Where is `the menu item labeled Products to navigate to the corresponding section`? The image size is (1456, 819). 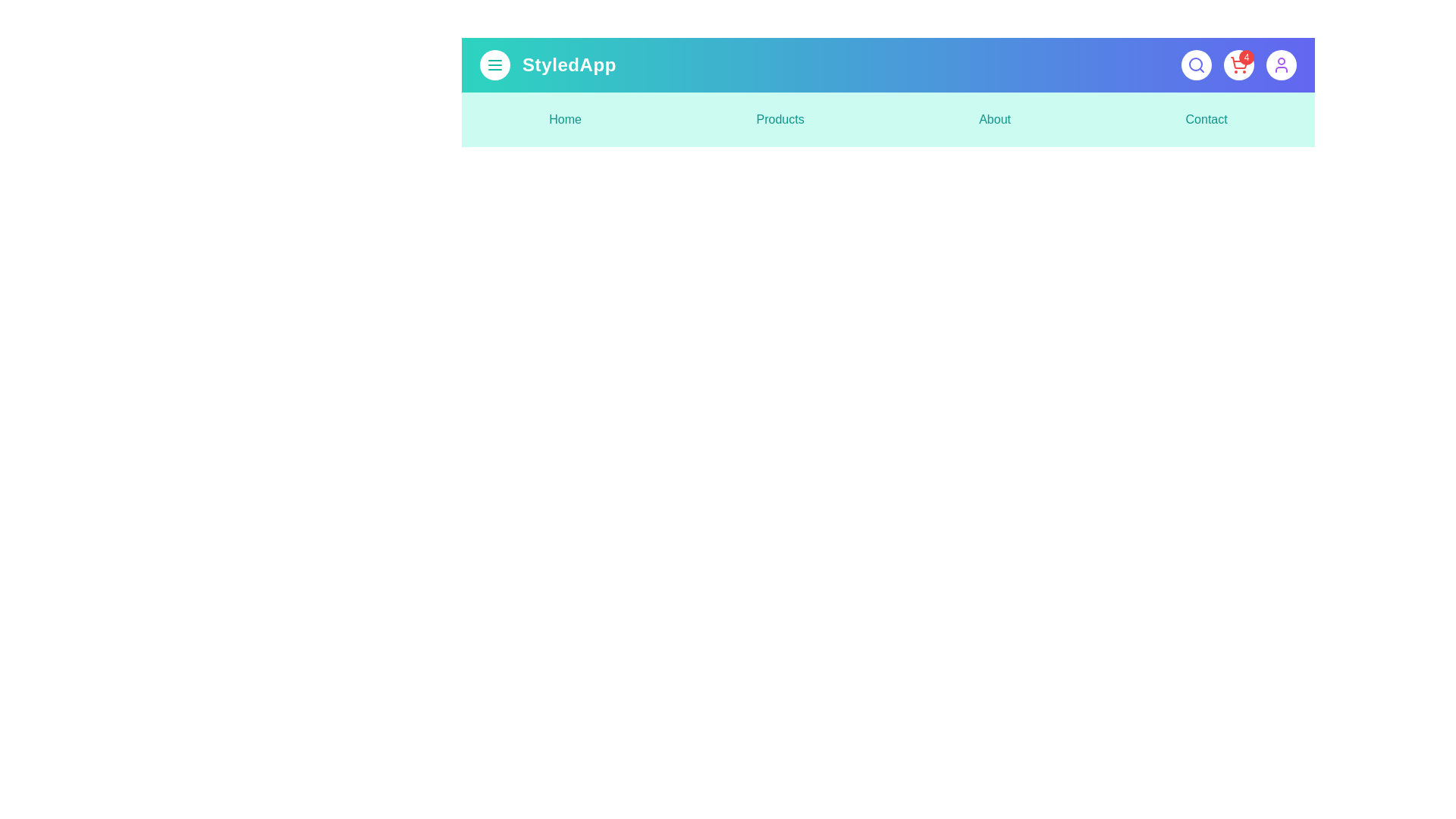
the menu item labeled Products to navigate to the corresponding section is located at coordinates (780, 119).